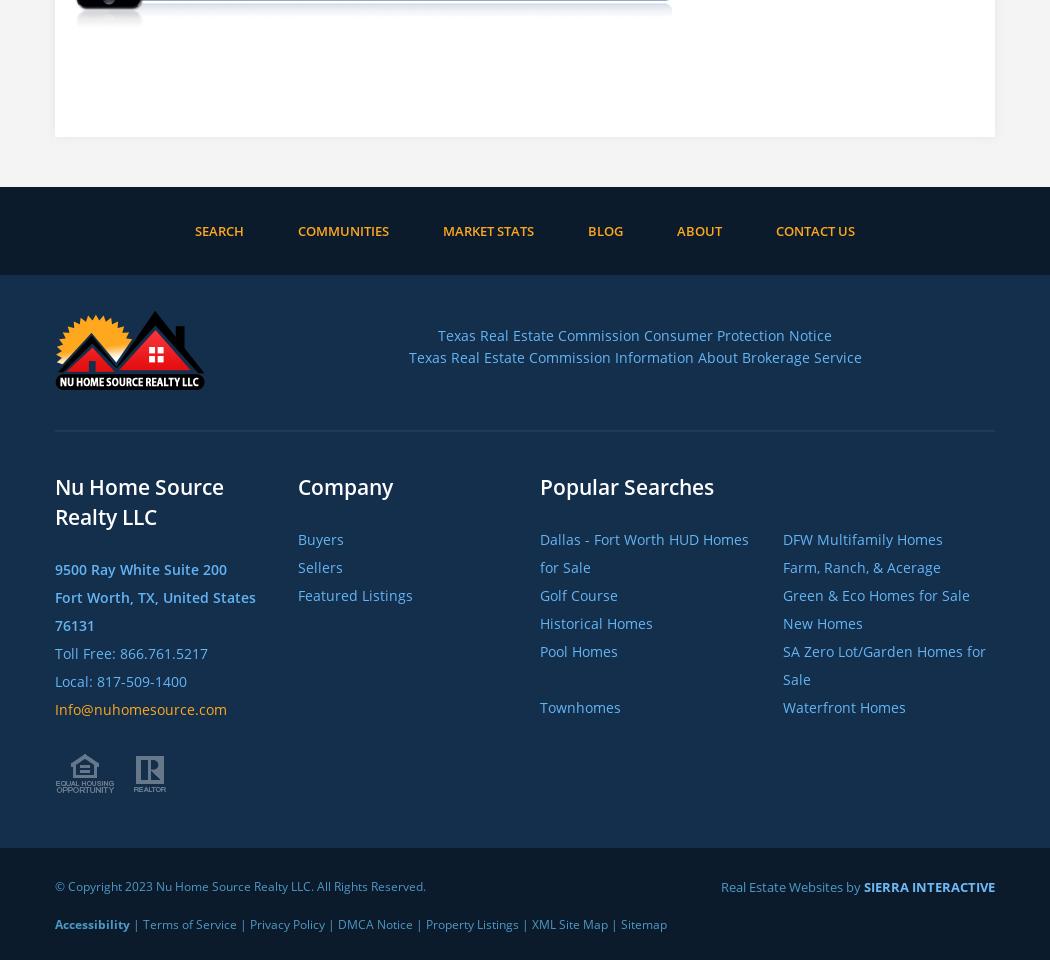 This screenshot has width=1050, height=960. Describe the element at coordinates (472, 923) in the screenshot. I see `'Property Listings'` at that location.